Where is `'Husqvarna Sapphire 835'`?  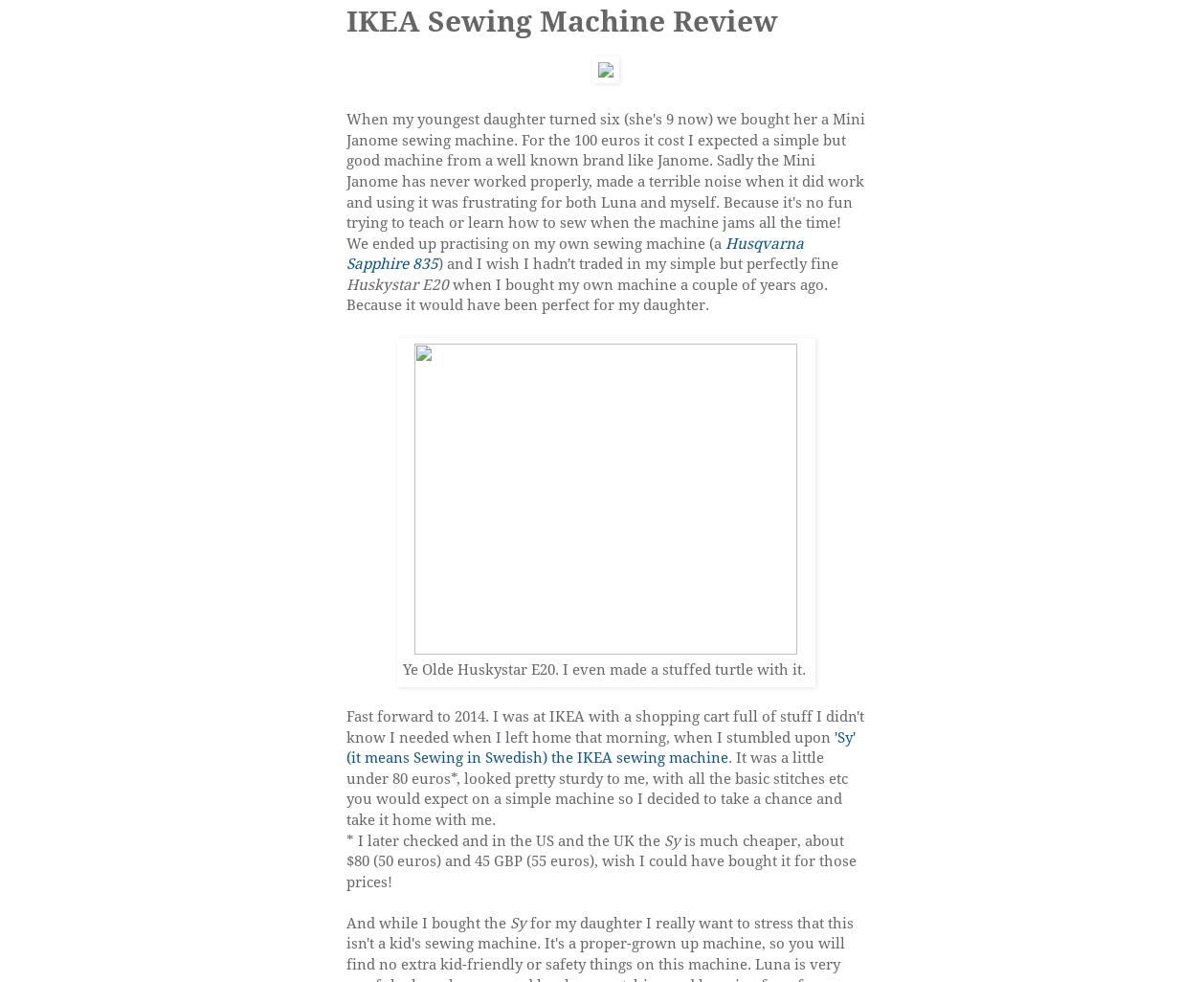 'Husqvarna Sapphire 835' is located at coordinates (573, 253).